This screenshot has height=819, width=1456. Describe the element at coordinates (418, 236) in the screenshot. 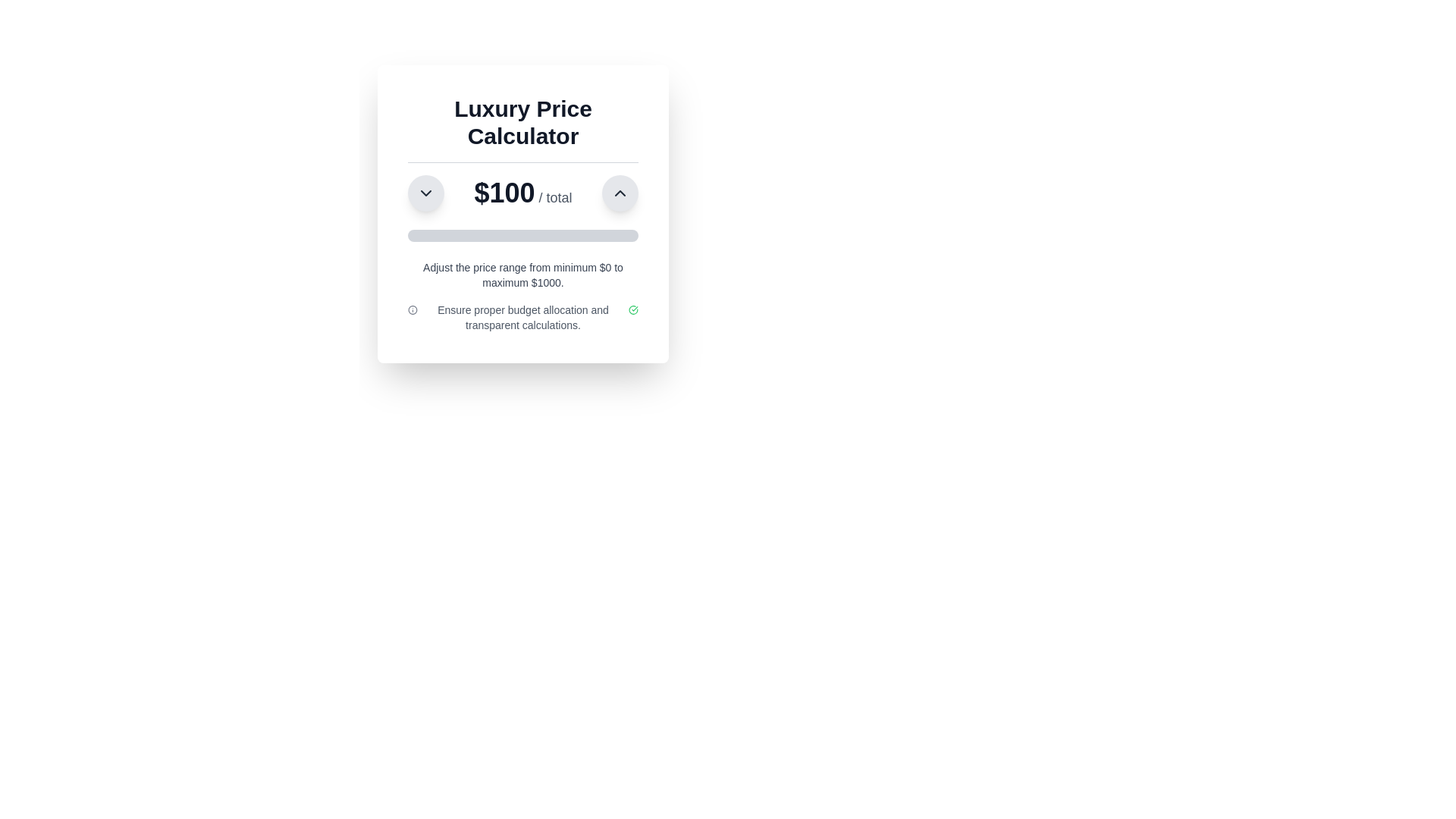

I see `the slider's value` at that location.